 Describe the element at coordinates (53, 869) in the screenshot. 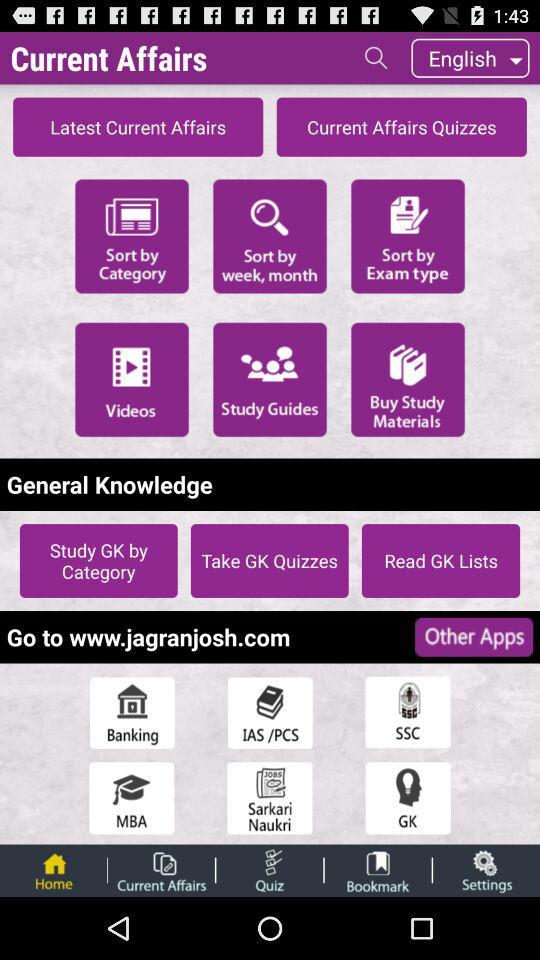

I see `app home` at that location.